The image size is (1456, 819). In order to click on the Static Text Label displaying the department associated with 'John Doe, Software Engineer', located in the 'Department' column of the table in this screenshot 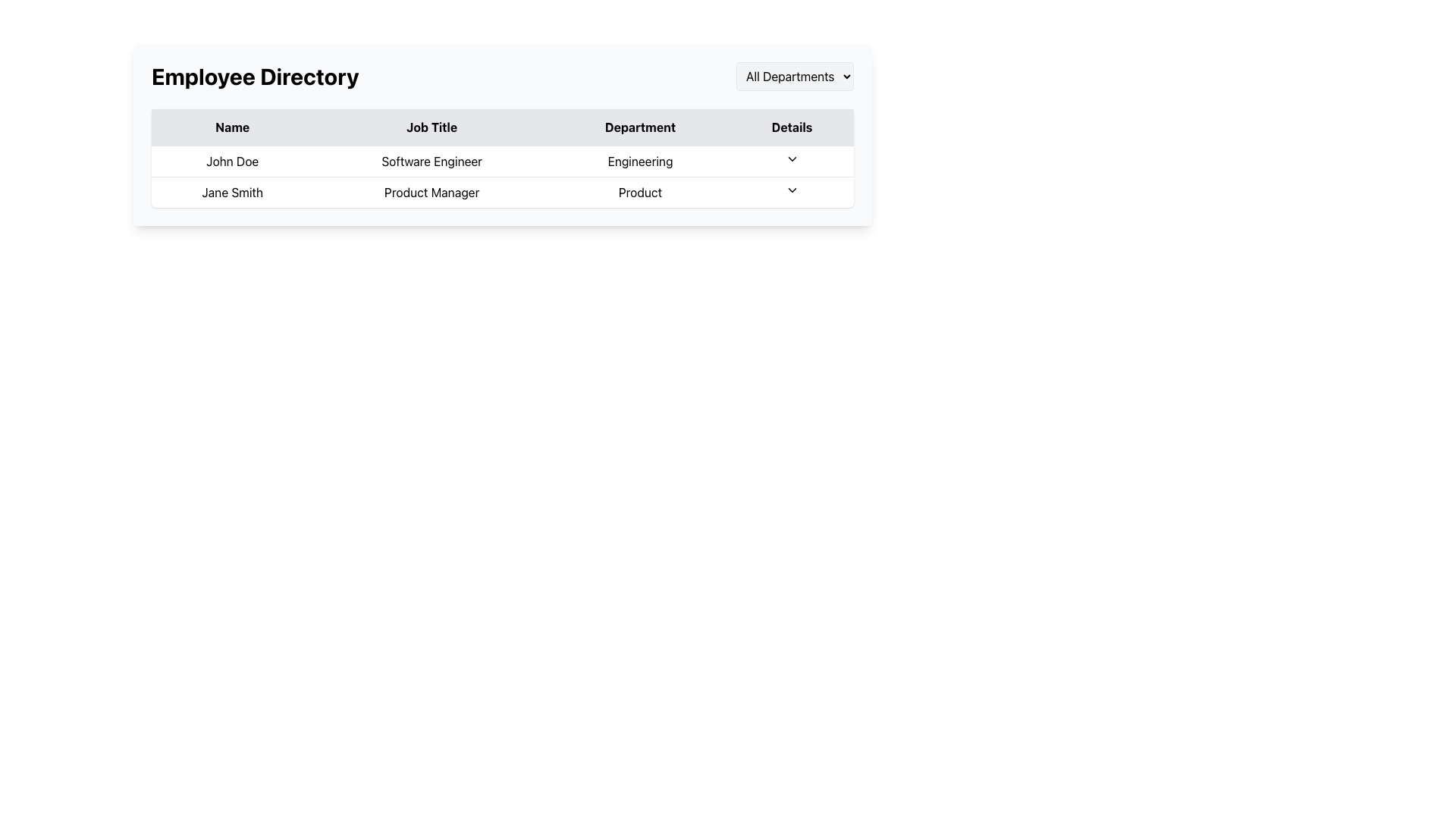, I will do `click(640, 161)`.